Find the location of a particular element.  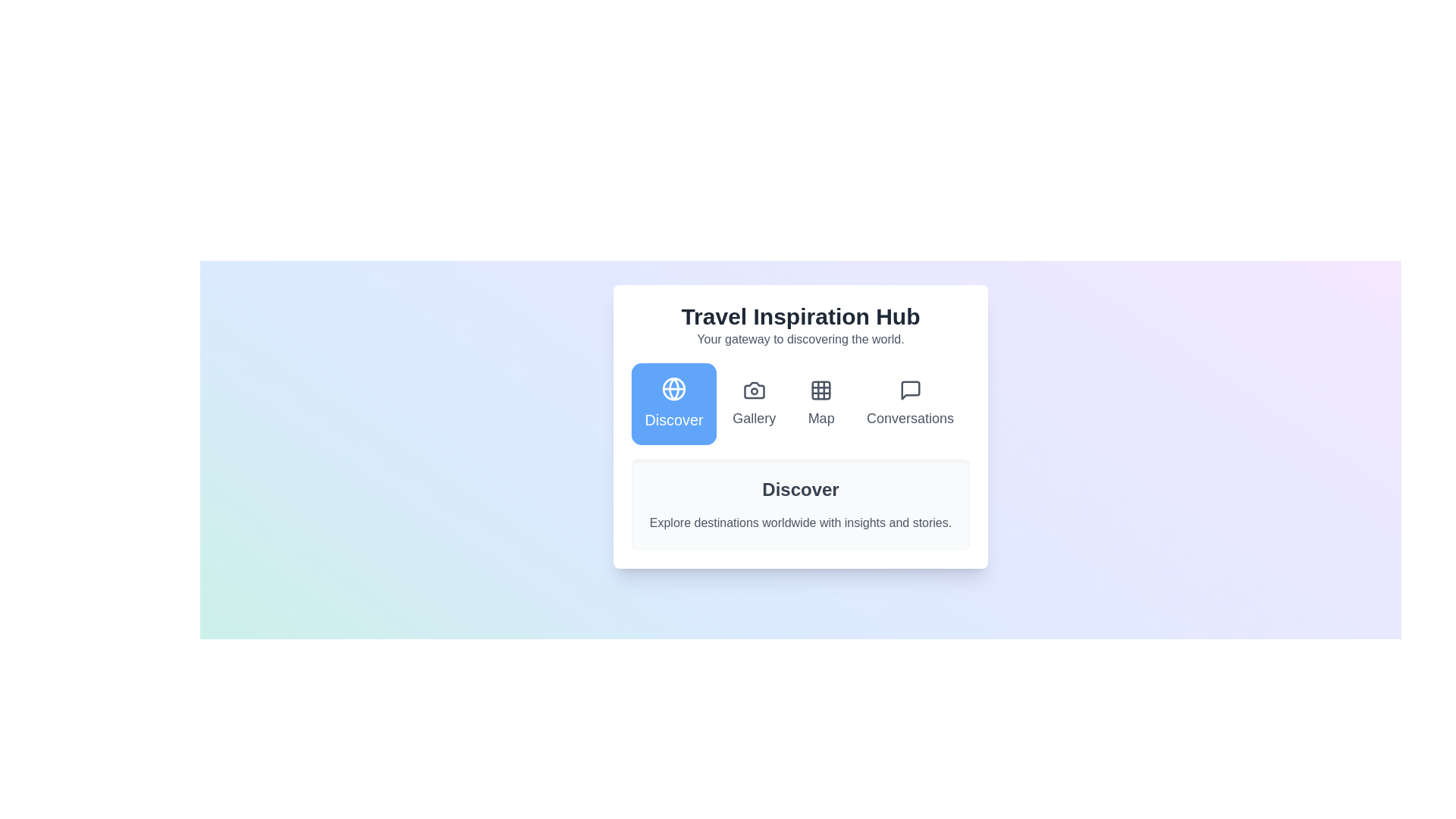

the top-left icon in the 3x3 grid layout of the main content card is located at coordinates (821, 390).